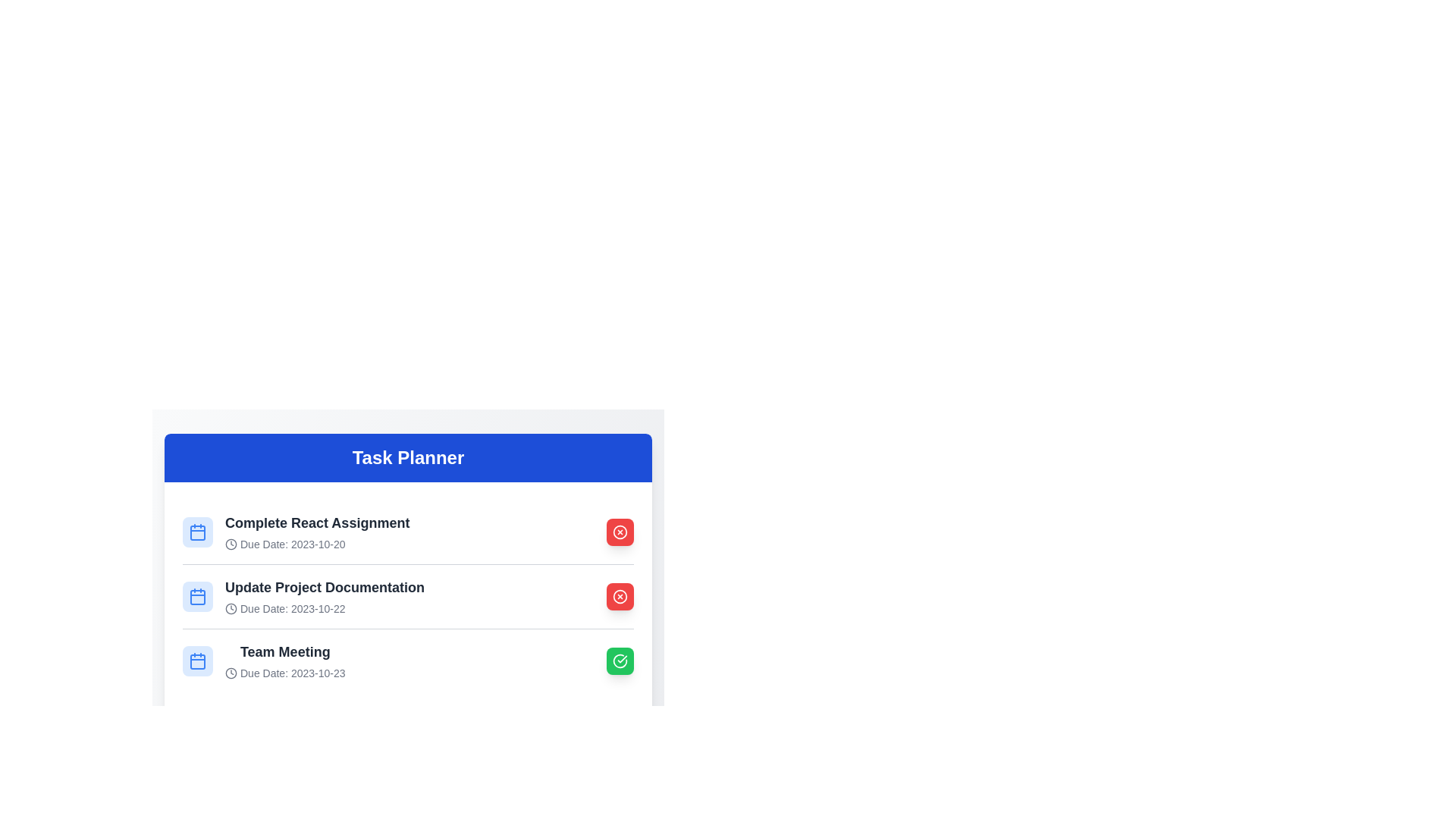 This screenshot has height=819, width=1456. Describe the element at coordinates (196, 595) in the screenshot. I see `the blue calendar icon located in the 'Task Planner' panel, adjacent to the text 'Update Project Documentation'` at that location.